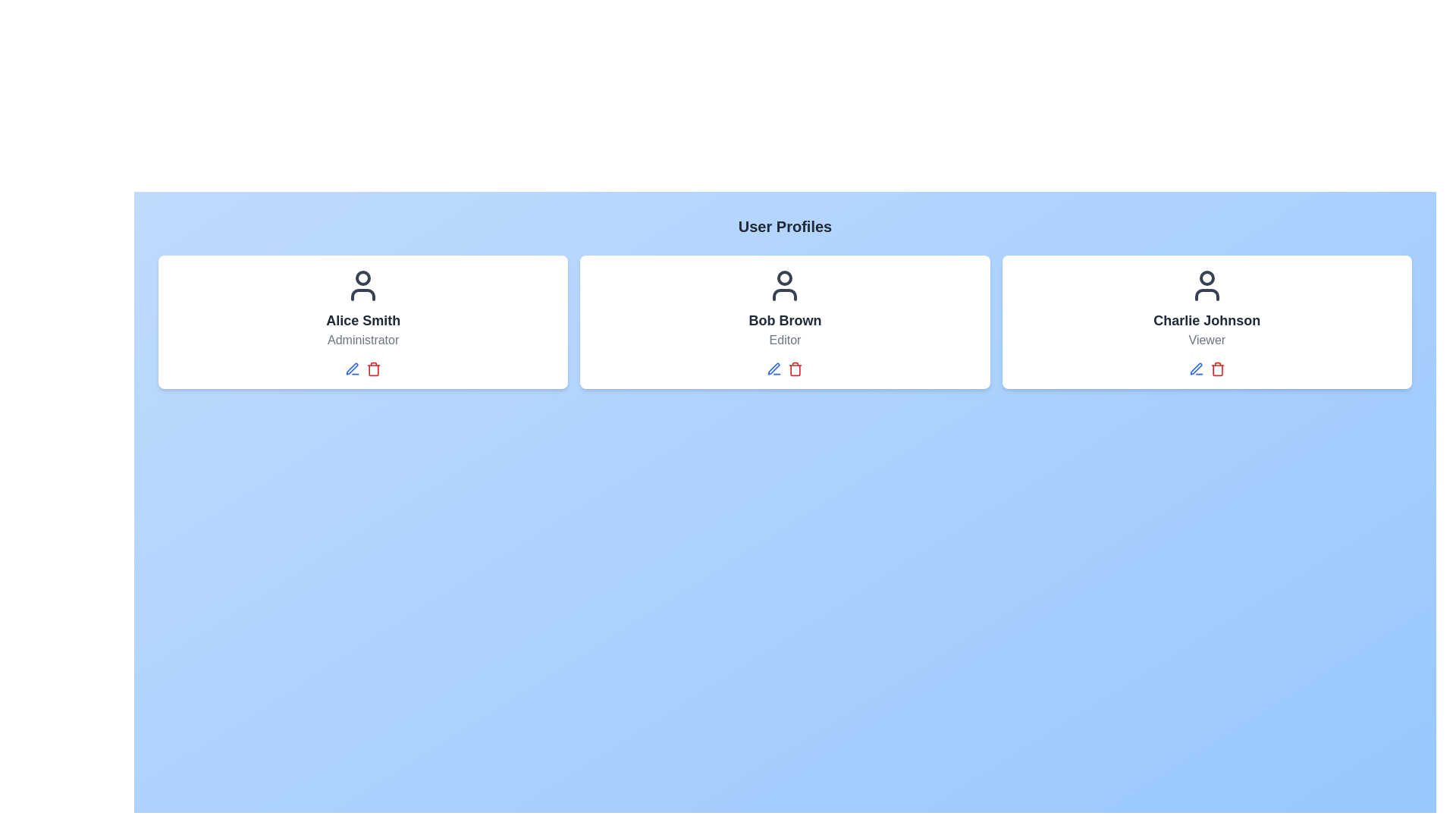 Image resolution: width=1456 pixels, height=819 pixels. What do you see at coordinates (774, 369) in the screenshot?
I see `the blue pen icon located below the name 'Bob Brown - Editor' in the central card of the user profile section` at bounding box center [774, 369].